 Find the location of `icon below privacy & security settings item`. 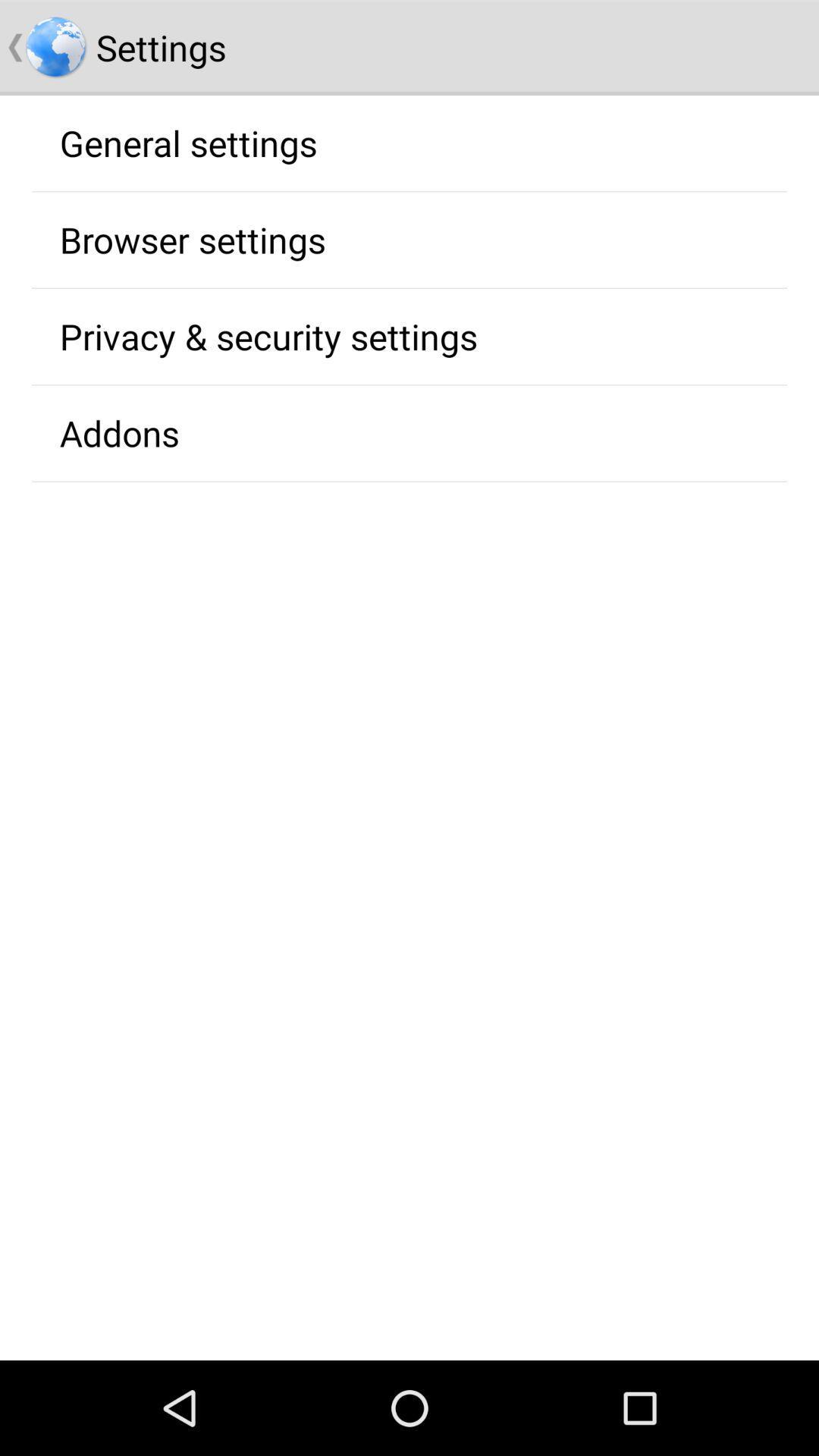

icon below privacy & security settings item is located at coordinates (118, 432).